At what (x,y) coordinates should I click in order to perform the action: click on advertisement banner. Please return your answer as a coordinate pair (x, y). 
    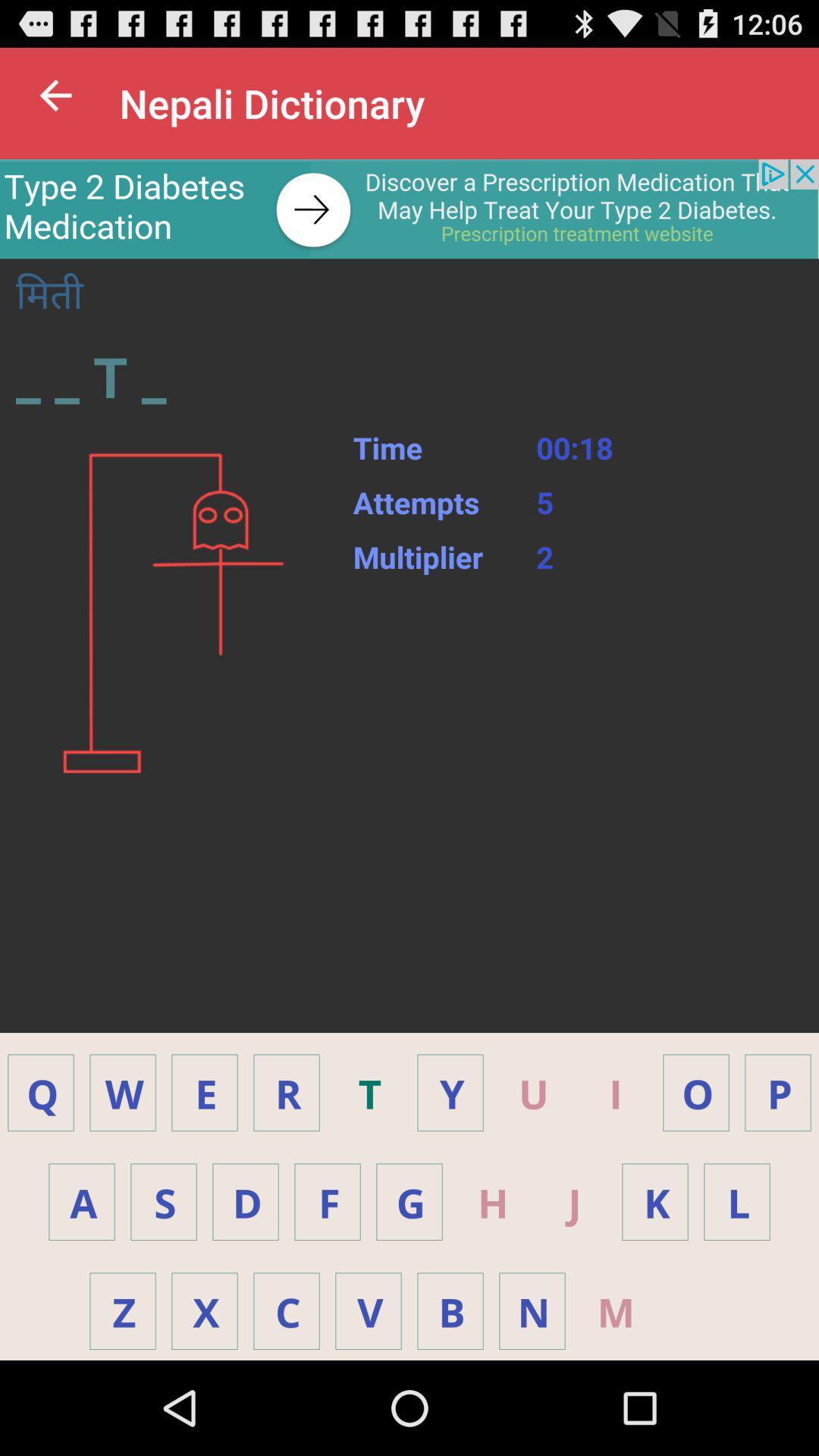
    Looking at the image, I should click on (409, 208).